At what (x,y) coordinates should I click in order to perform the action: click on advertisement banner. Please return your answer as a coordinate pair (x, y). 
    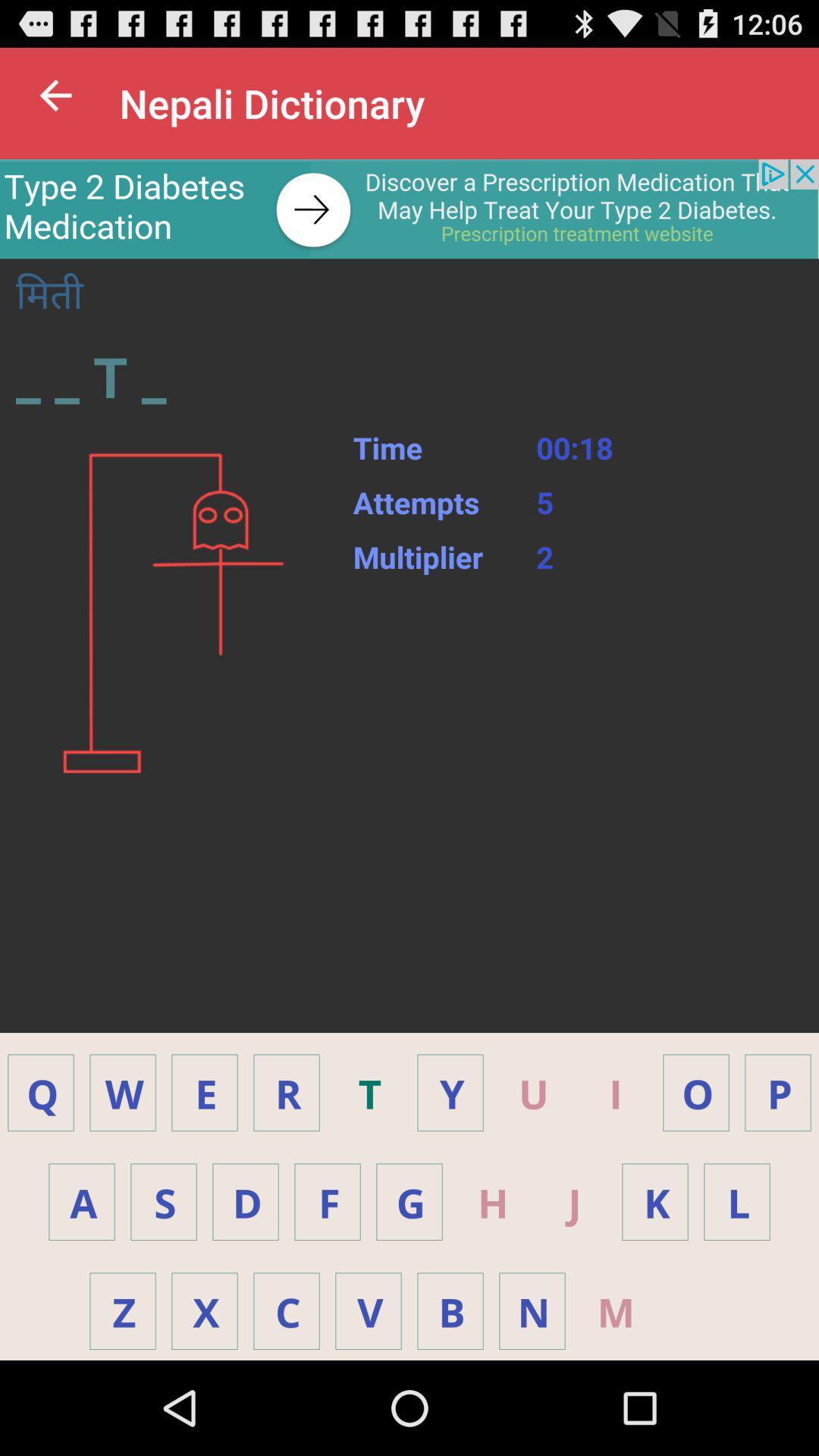
    Looking at the image, I should click on (409, 208).